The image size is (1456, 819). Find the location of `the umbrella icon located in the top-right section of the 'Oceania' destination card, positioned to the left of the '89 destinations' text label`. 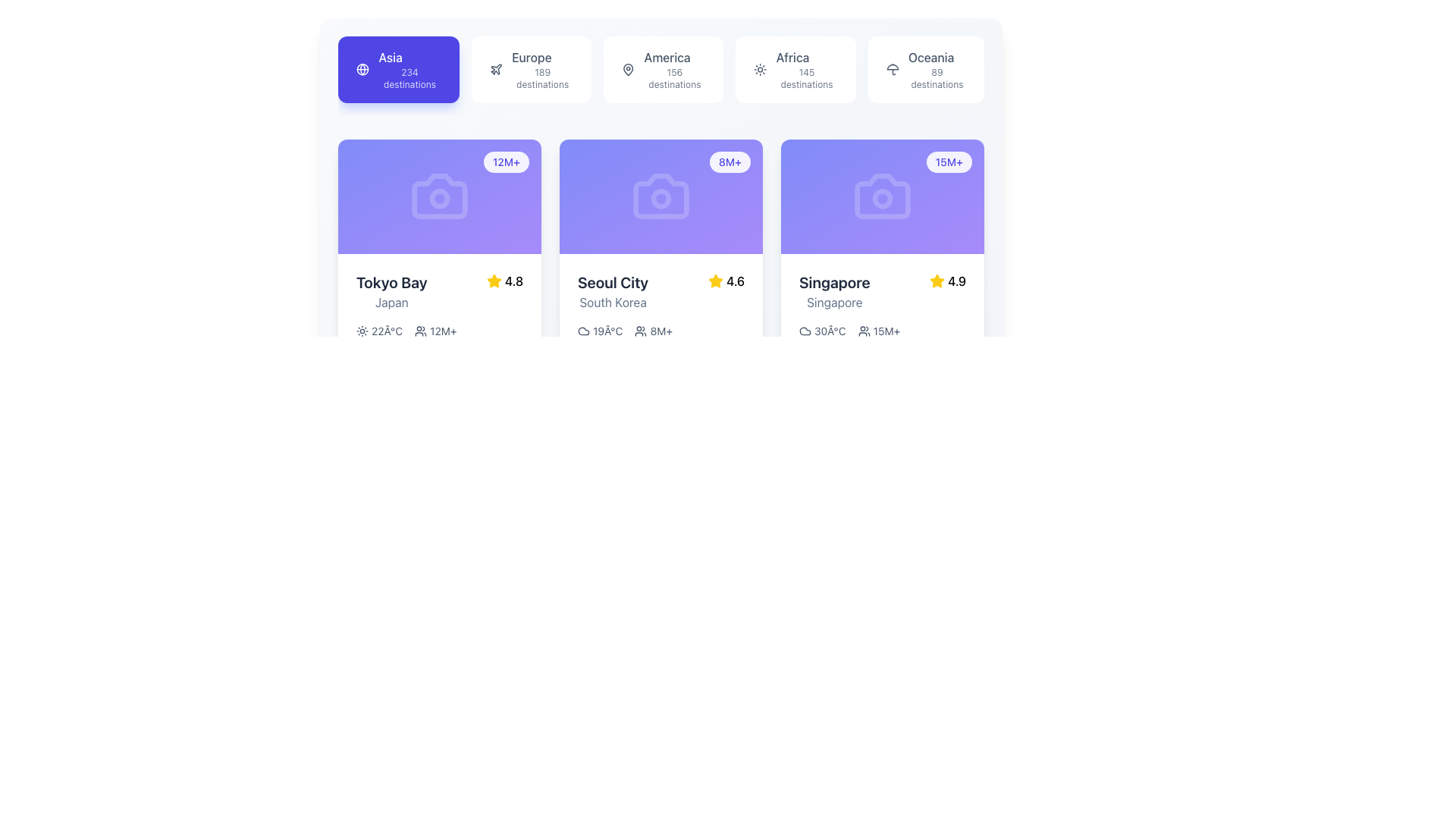

the umbrella icon located in the top-right section of the 'Oceania' destination card, positioned to the left of the '89 destinations' text label is located at coordinates (893, 70).